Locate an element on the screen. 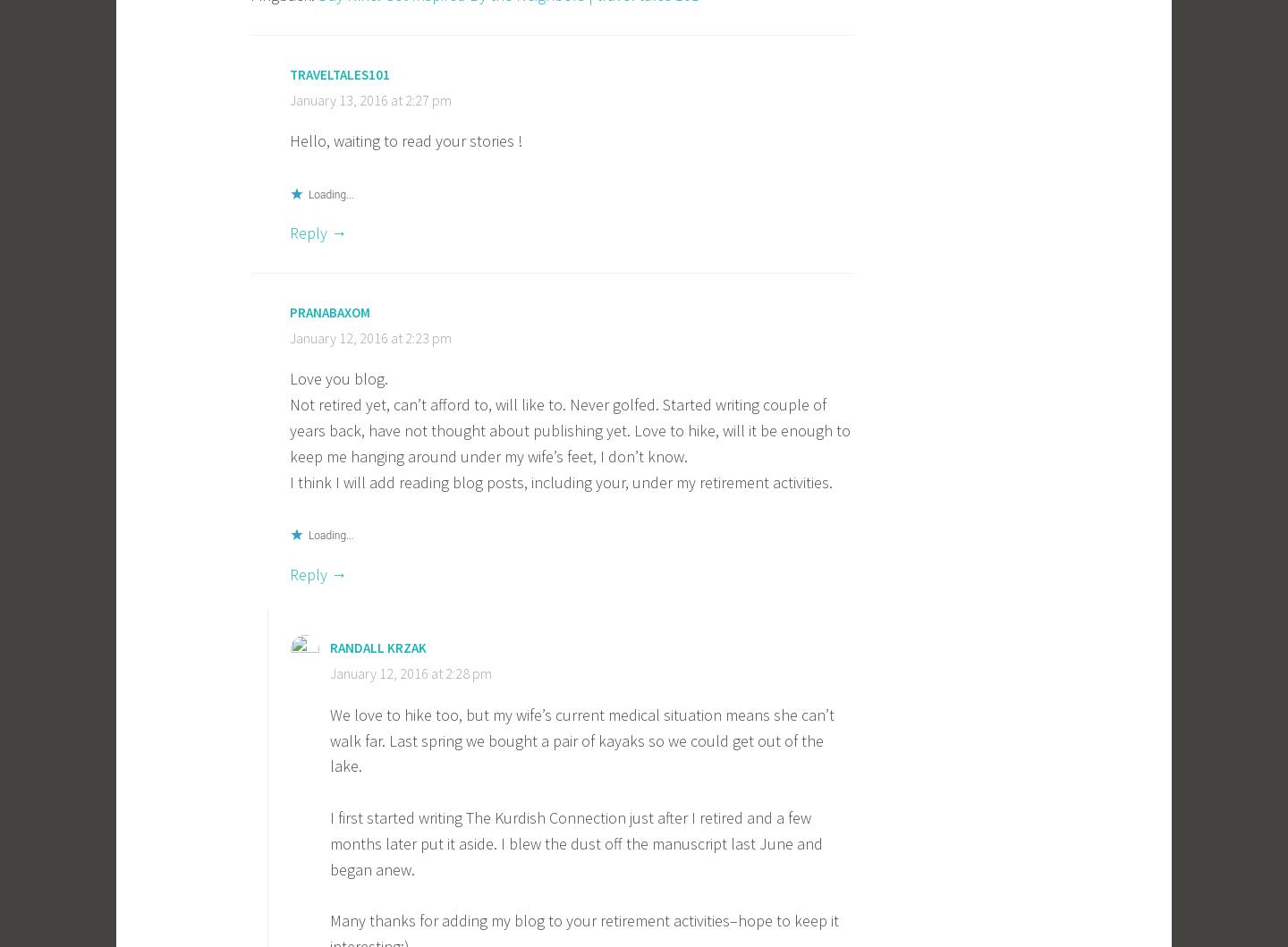 Image resolution: width=1288 pixels, height=947 pixels. 'pranabaxom' is located at coordinates (328, 310).